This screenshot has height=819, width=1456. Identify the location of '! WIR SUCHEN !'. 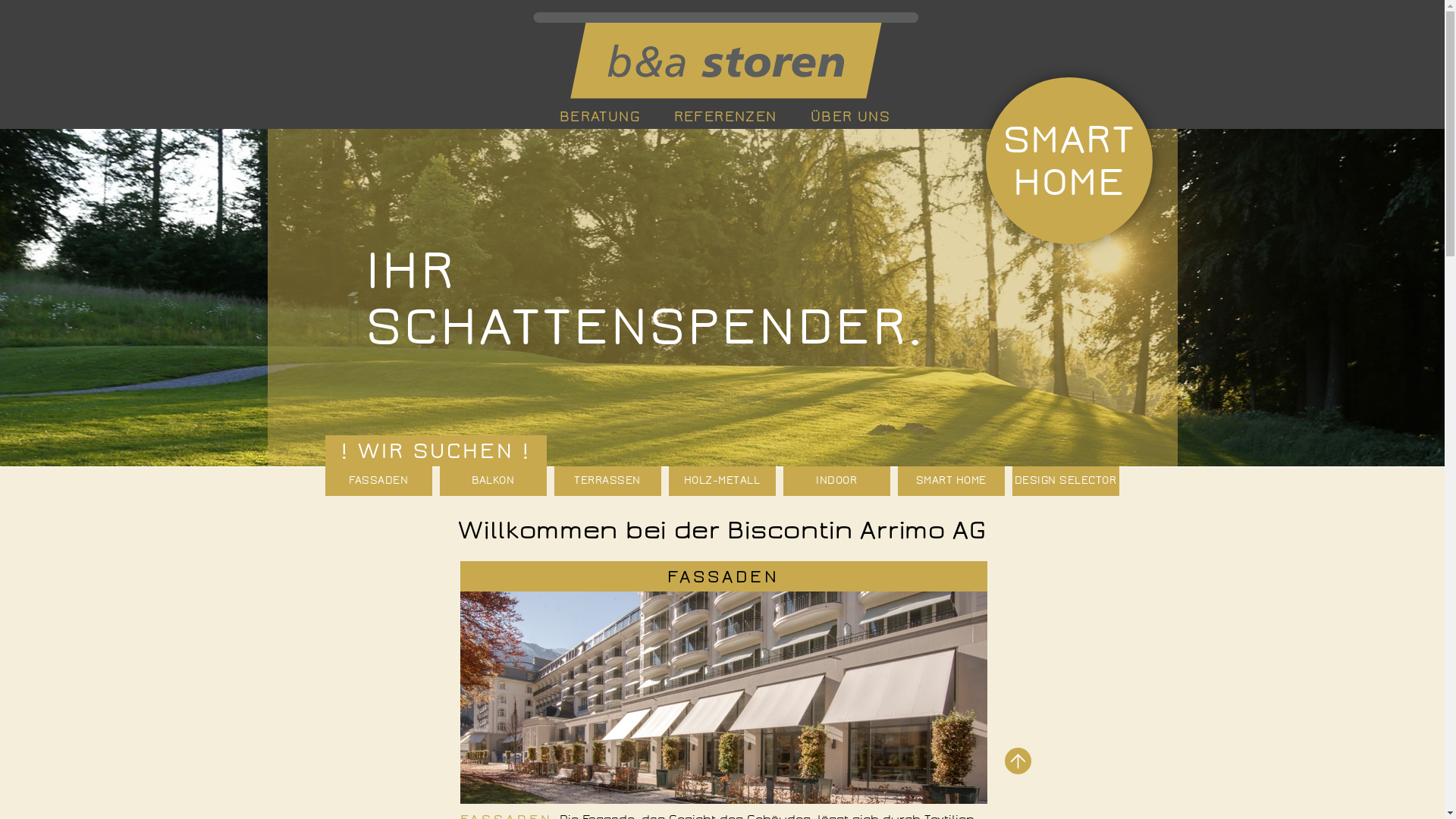
(435, 450).